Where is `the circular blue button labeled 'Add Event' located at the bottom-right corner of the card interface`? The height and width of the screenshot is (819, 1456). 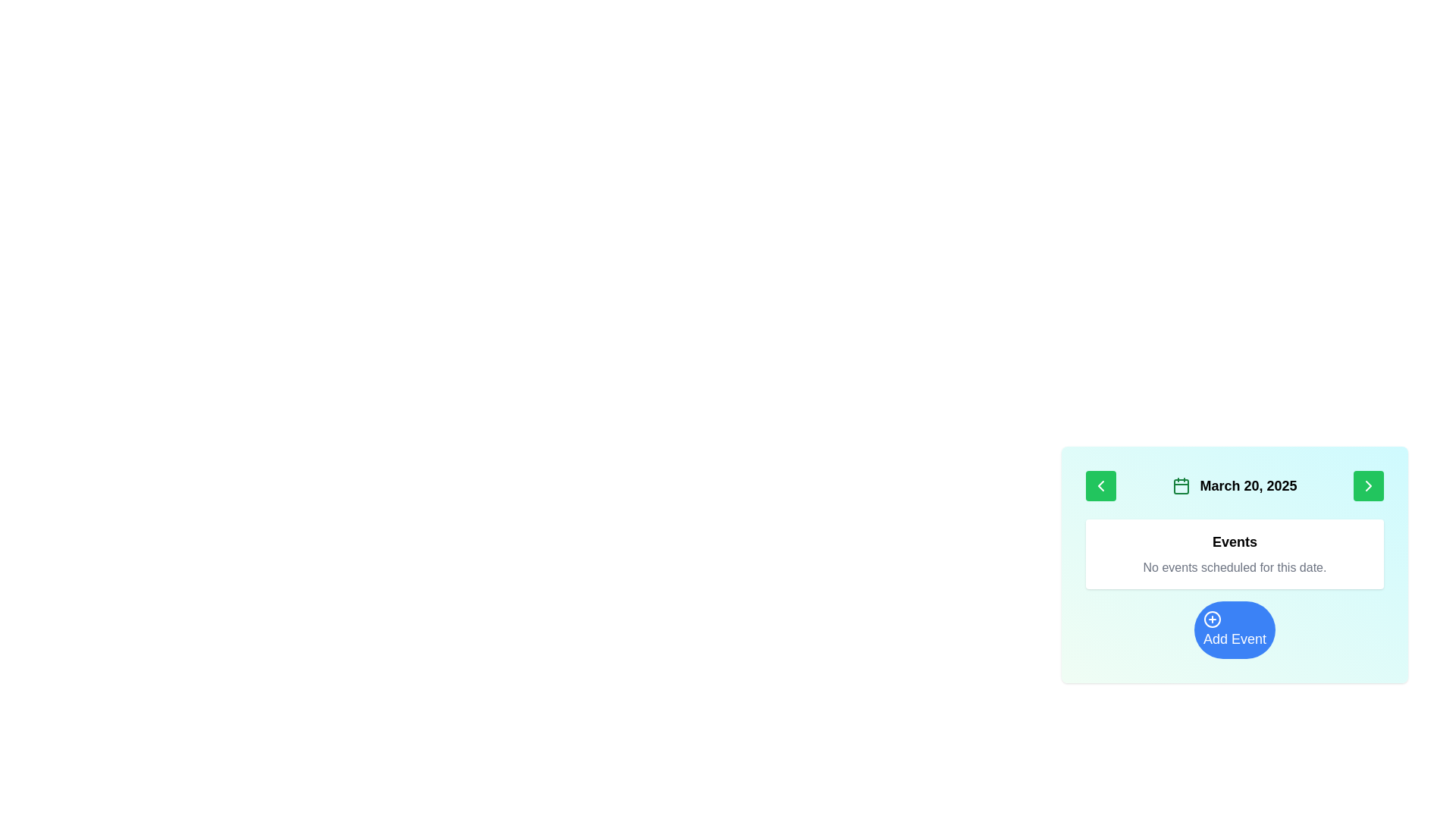
the circular blue button labeled 'Add Event' located at the bottom-right corner of the card interface is located at coordinates (1235, 629).